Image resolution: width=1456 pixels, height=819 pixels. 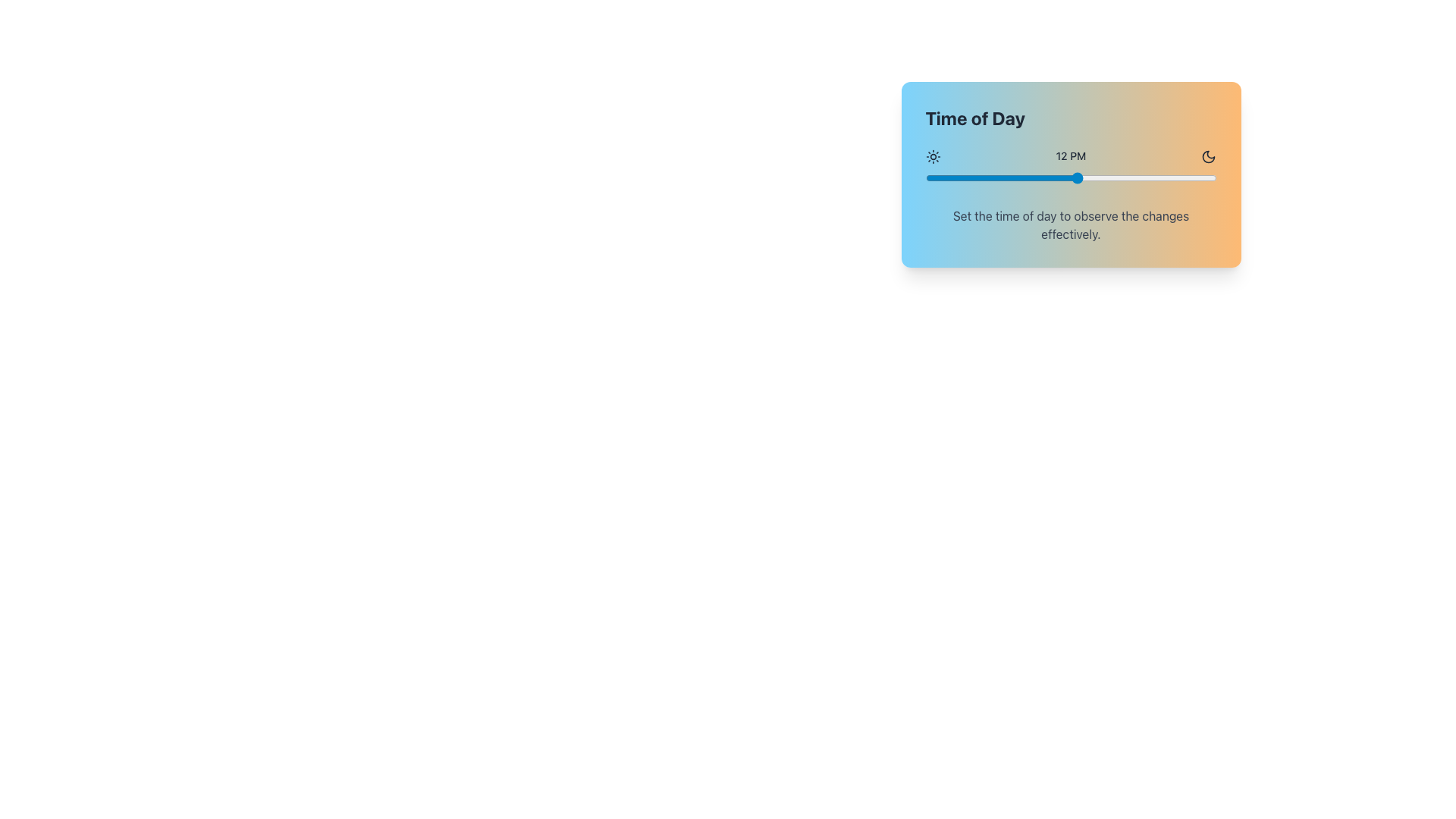 What do you see at coordinates (1051, 177) in the screenshot?
I see `the time of day` at bounding box center [1051, 177].